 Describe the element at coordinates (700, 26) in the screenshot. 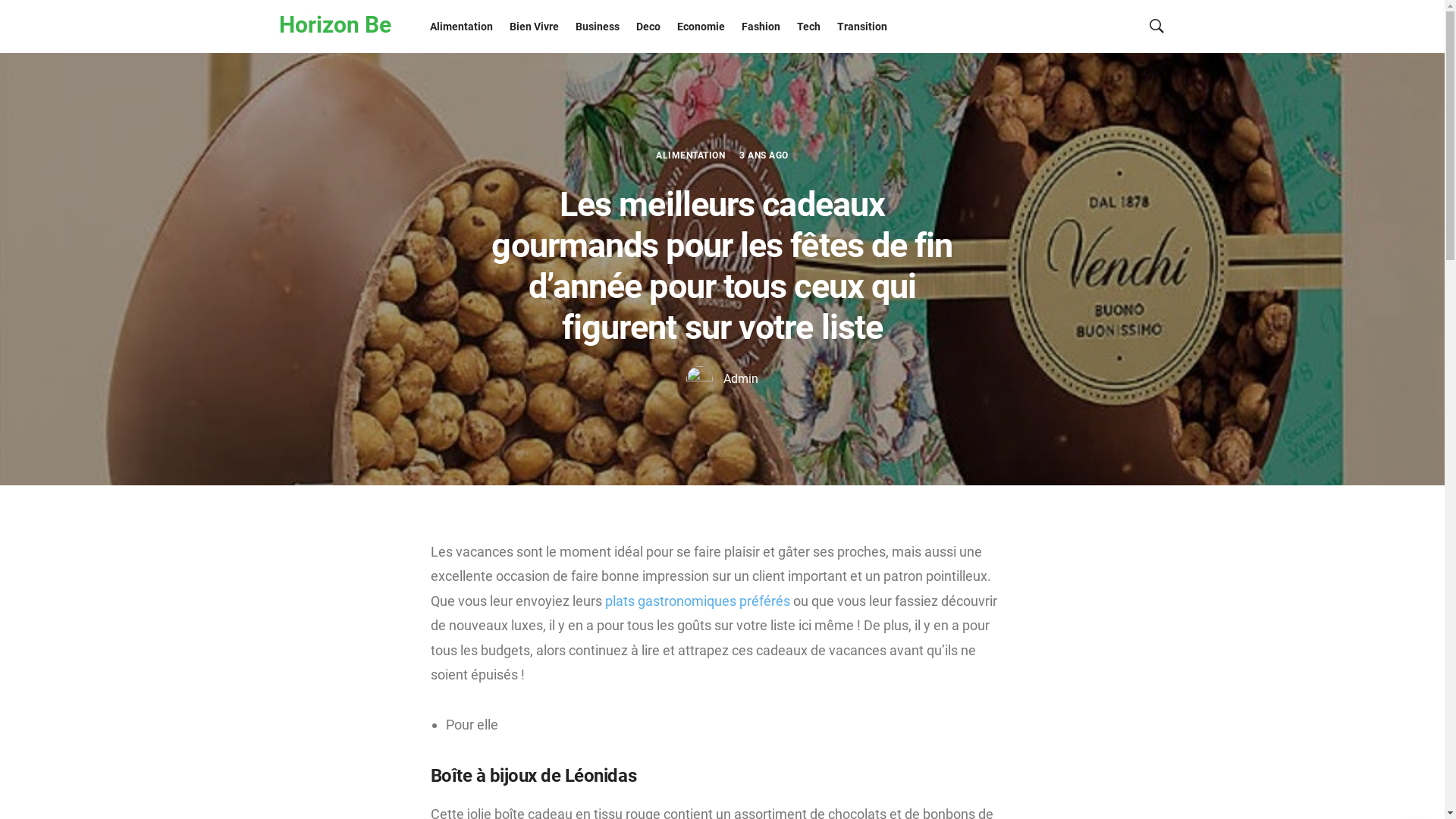

I see `'Economie'` at that location.